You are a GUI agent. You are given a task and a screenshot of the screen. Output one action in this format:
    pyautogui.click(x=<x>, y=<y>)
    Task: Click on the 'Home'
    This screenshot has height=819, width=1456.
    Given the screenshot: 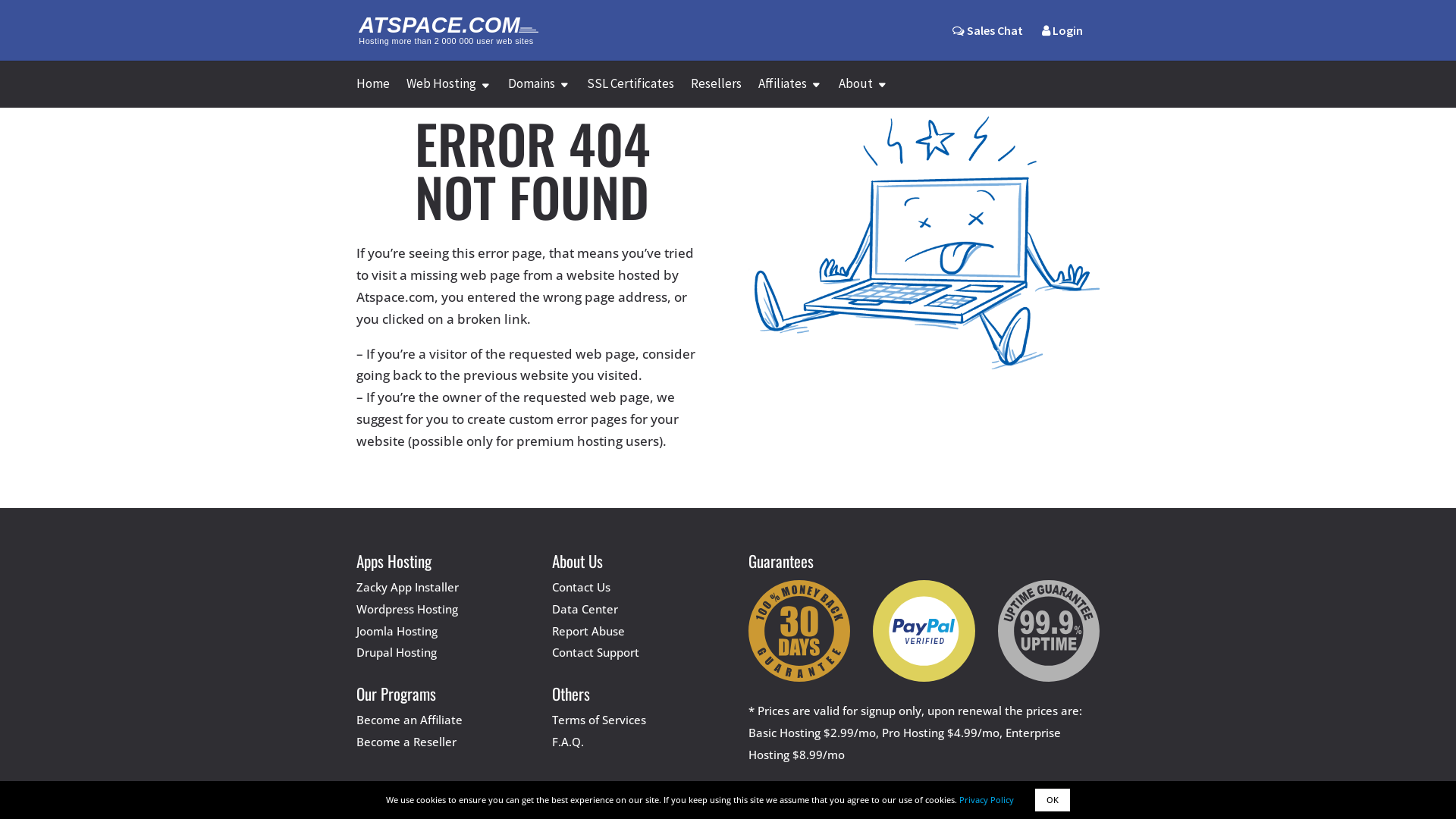 What is the action you would take?
    pyautogui.click(x=372, y=93)
    